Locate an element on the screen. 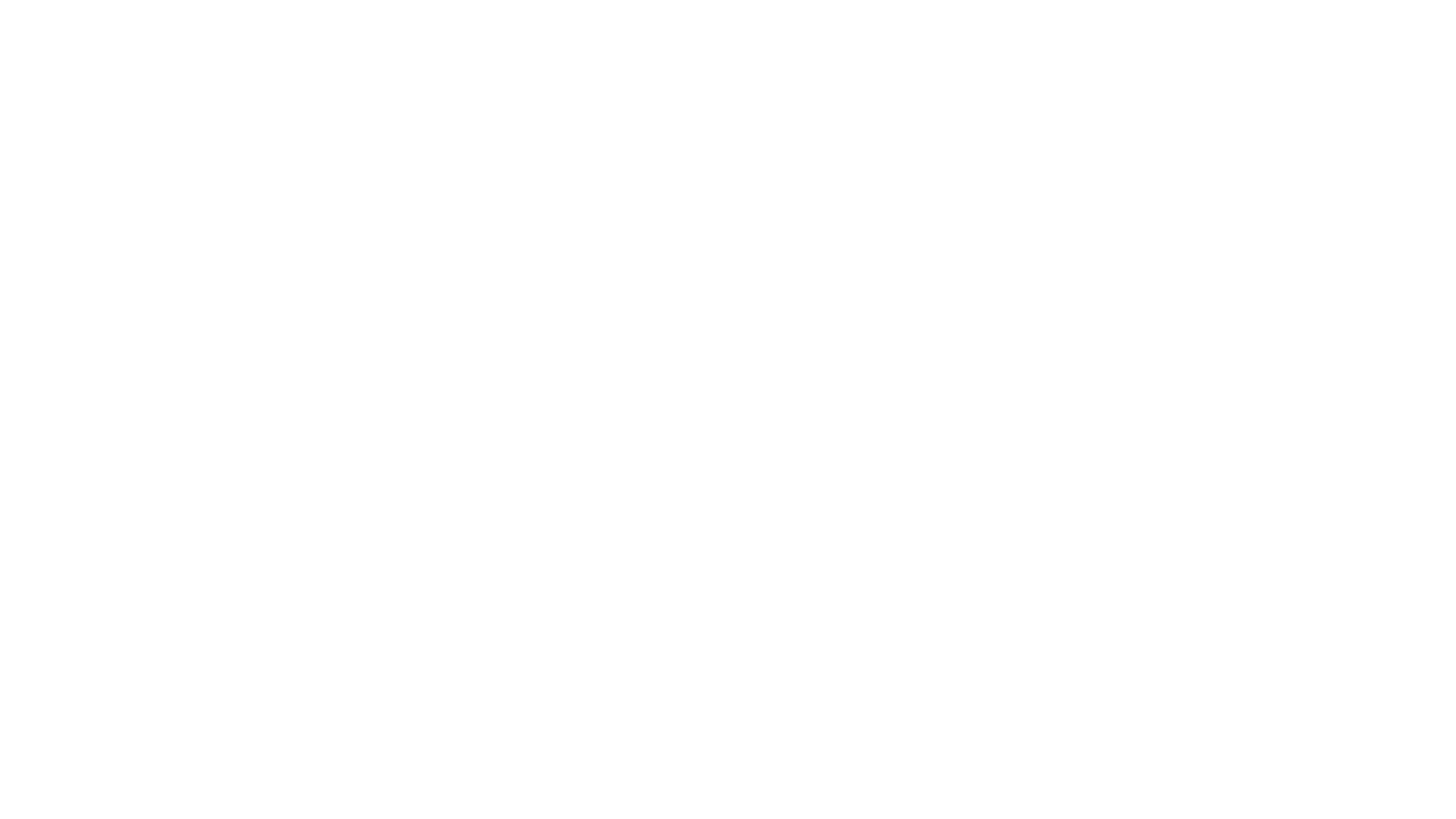 This screenshot has height=819, width=1456. Select 4:00 PM on Mon, Jun 27, 2022 is located at coordinates (1078, 215).